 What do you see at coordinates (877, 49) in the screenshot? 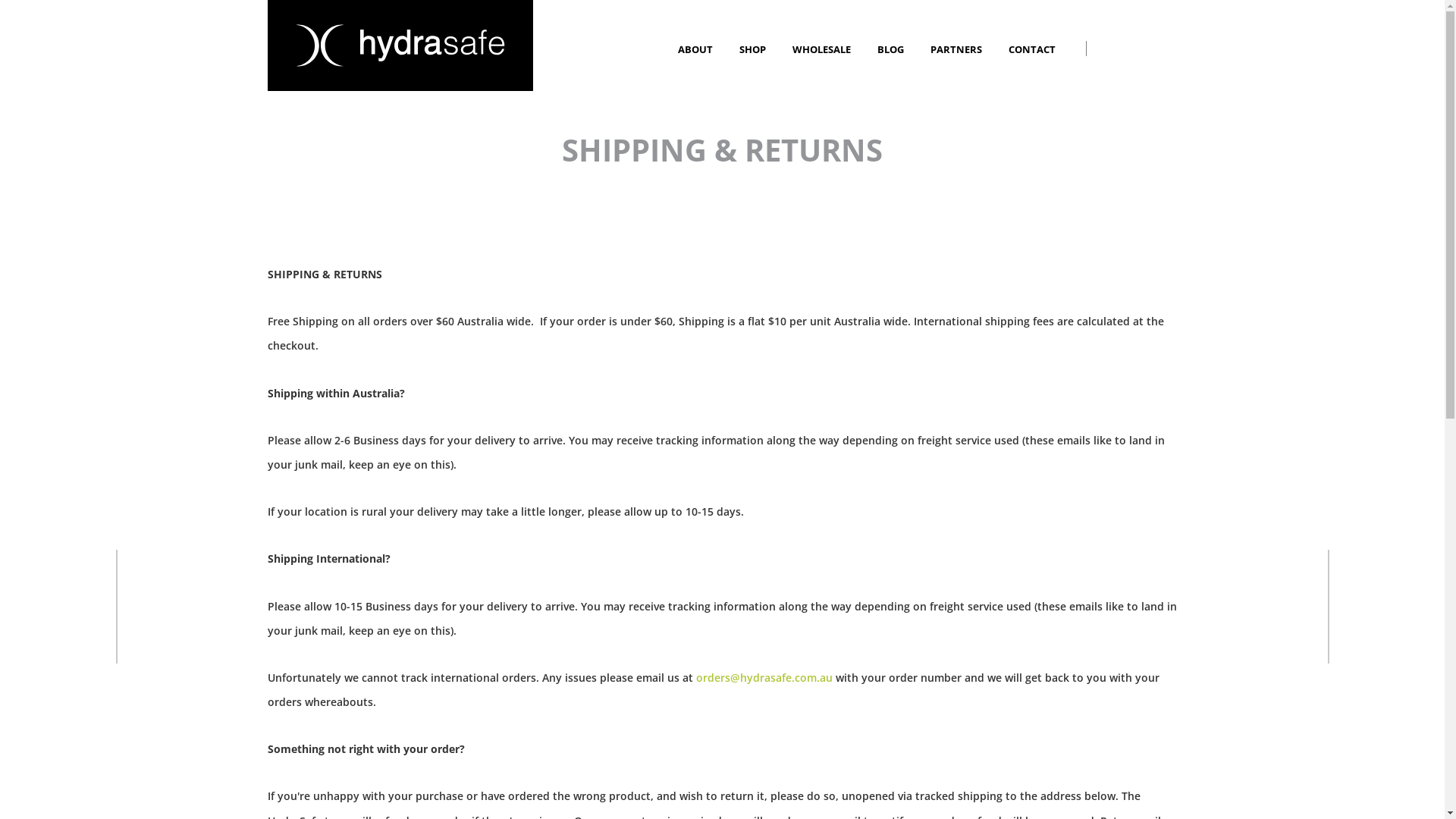
I see `'BLOG'` at bounding box center [877, 49].